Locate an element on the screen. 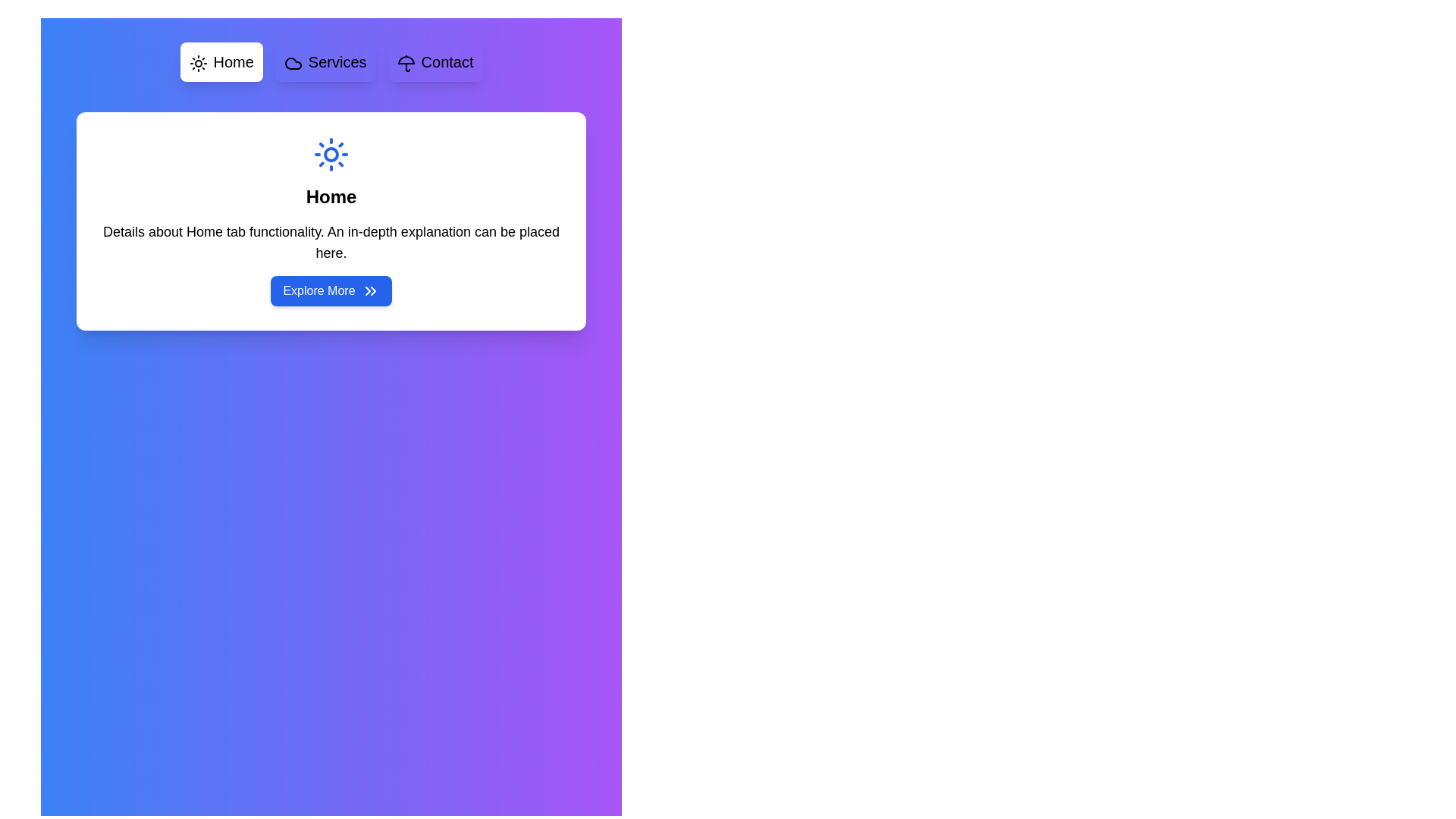 This screenshot has width=1456, height=819. the second right-facing arrow icon in the SVG element, located below the 'Home' section description is located at coordinates (373, 291).